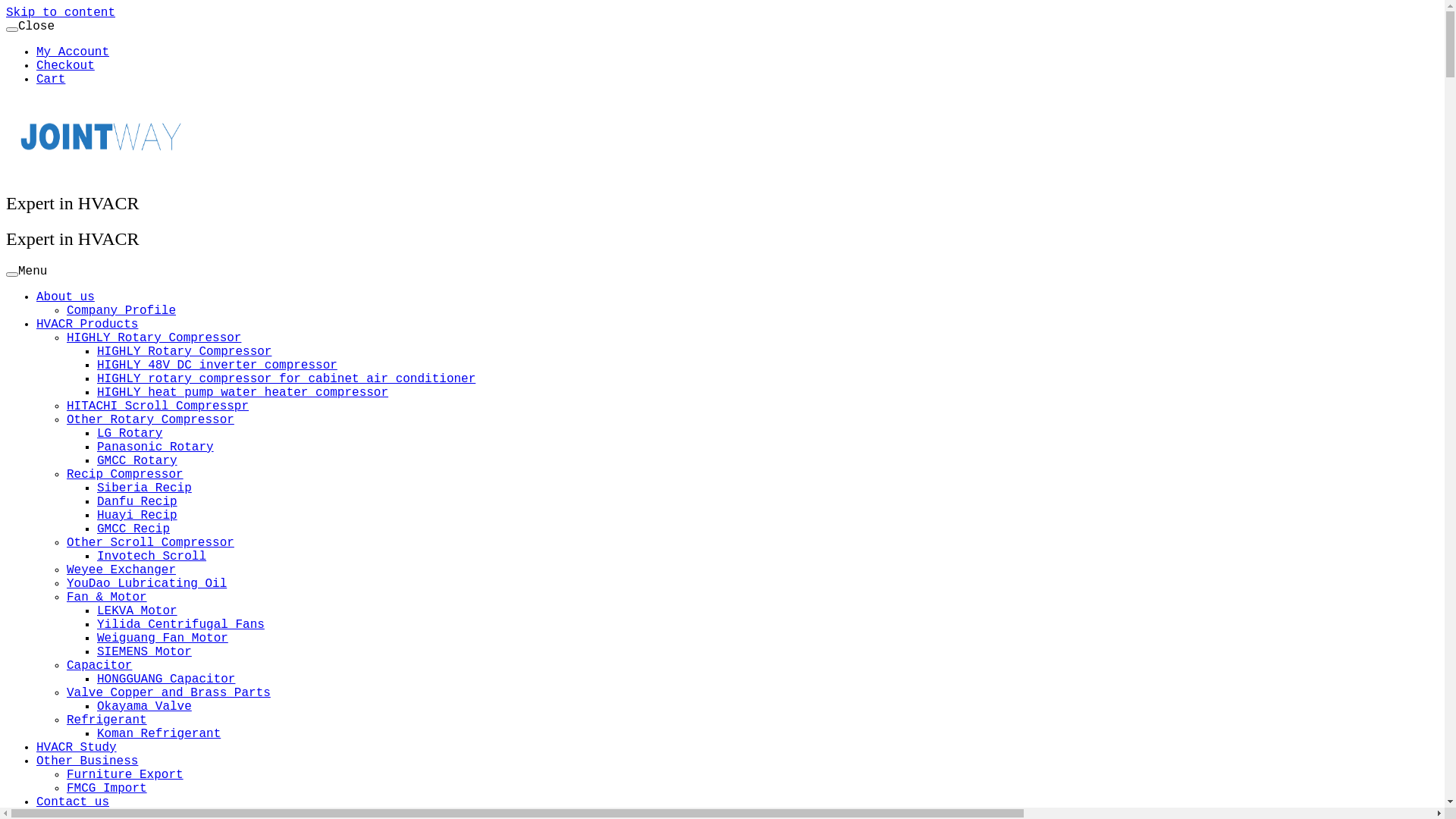 Image resolution: width=1456 pixels, height=819 pixels. I want to click on 'GMCC Rotary', so click(96, 460).